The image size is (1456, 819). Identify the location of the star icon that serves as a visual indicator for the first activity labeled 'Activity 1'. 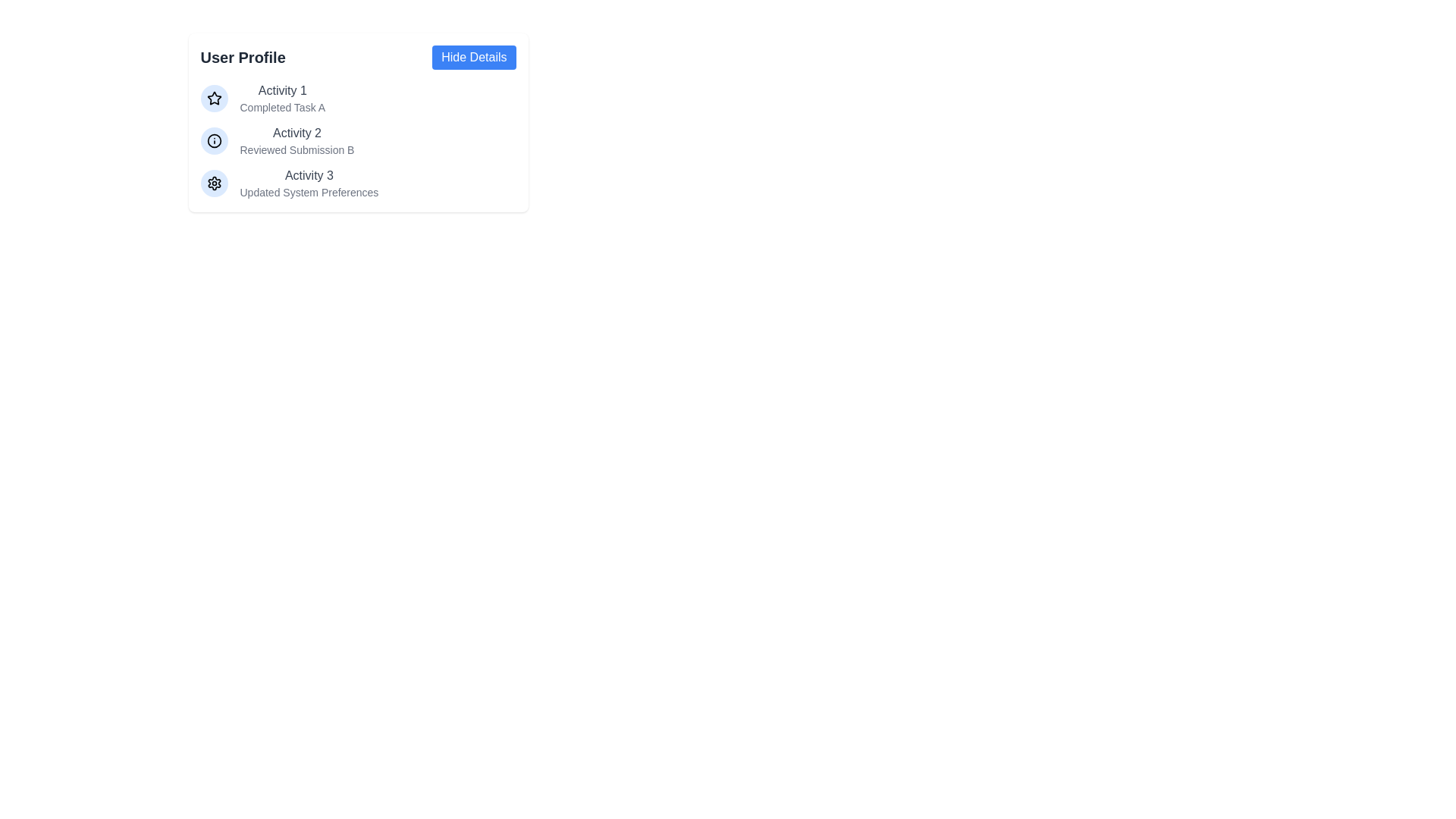
(213, 99).